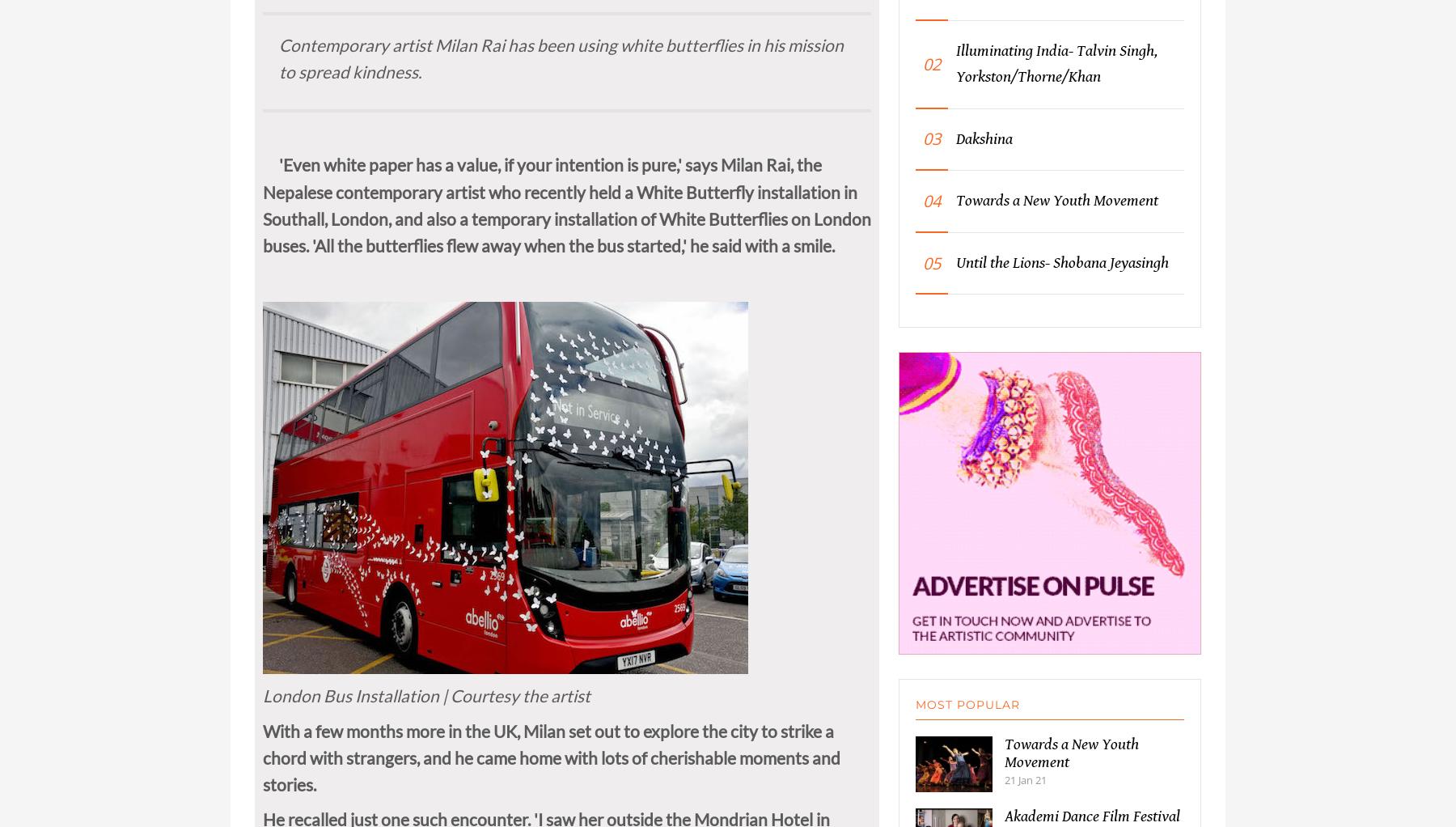 This screenshot has height=827, width=1456. What do you see at coordinates (931, 78) in the screenshot?
I see `'02'` at bounding box center [931, 78].